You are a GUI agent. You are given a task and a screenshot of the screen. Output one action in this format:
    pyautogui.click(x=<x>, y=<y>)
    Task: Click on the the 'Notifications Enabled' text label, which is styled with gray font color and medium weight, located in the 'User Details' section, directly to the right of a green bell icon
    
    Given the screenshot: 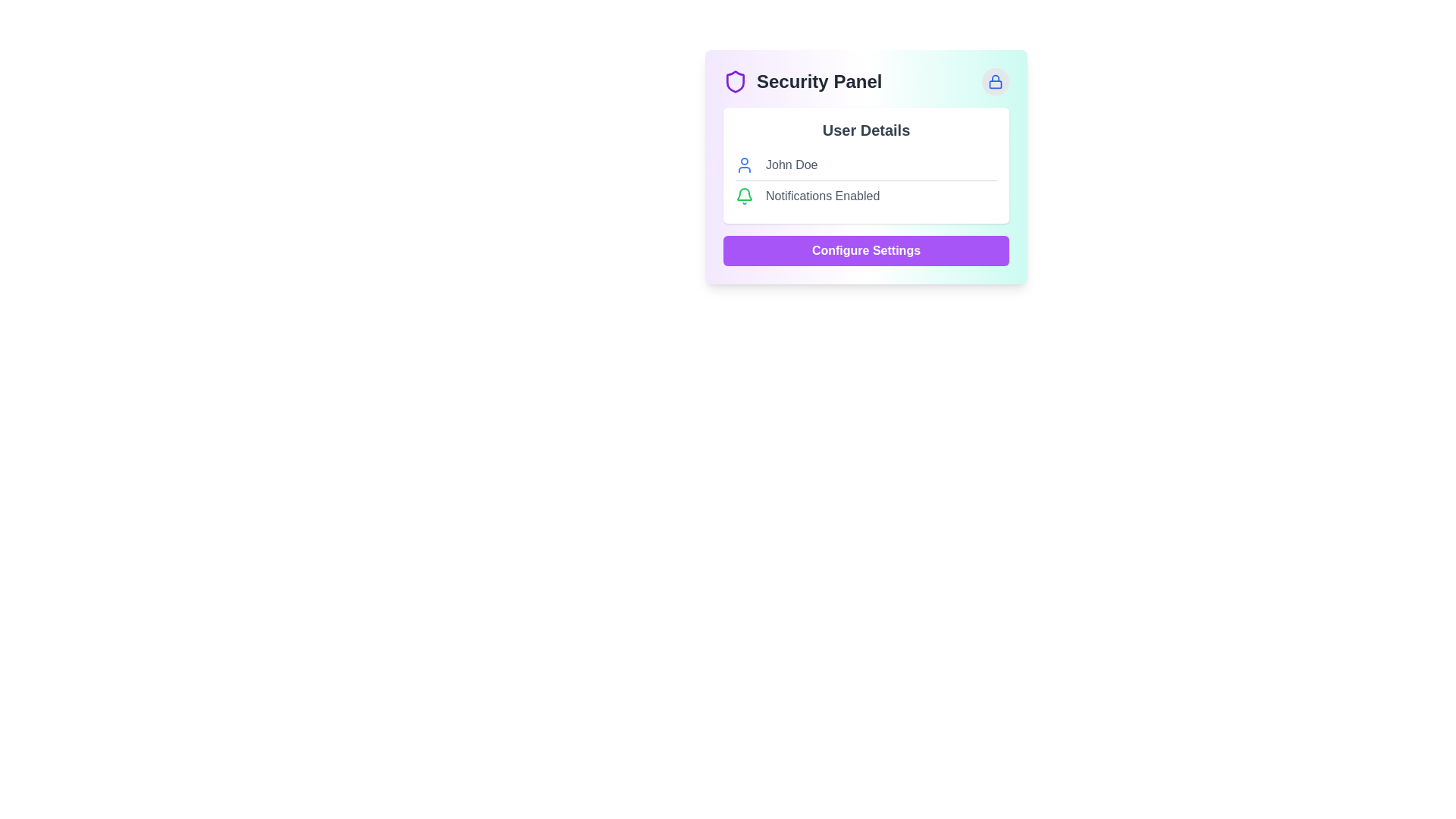 What is the action you would take?
    pyautogui.click(x=822, y=195)
    